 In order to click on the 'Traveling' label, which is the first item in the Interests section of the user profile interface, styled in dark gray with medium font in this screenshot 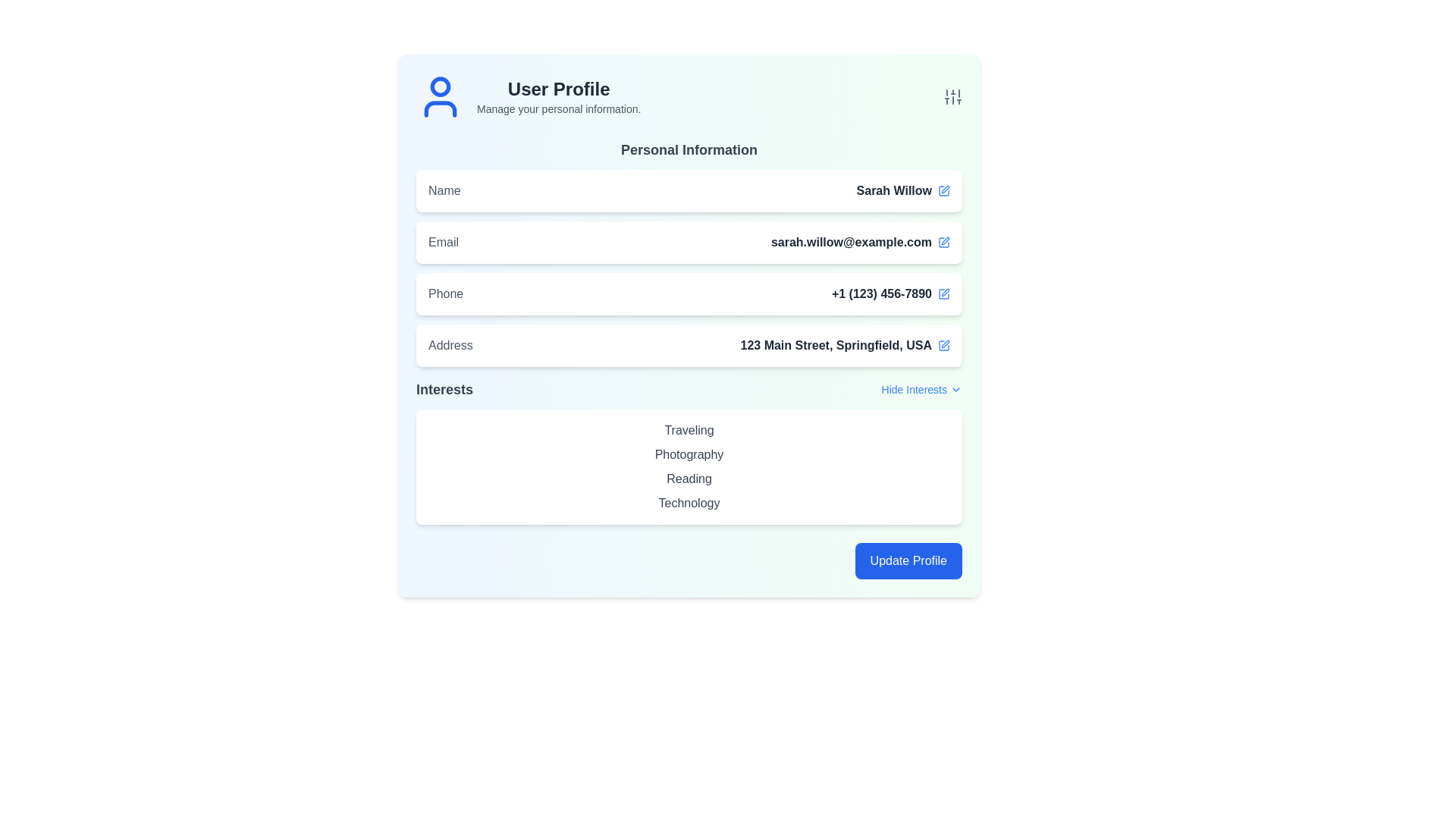, I will do `click(688, 430)`.